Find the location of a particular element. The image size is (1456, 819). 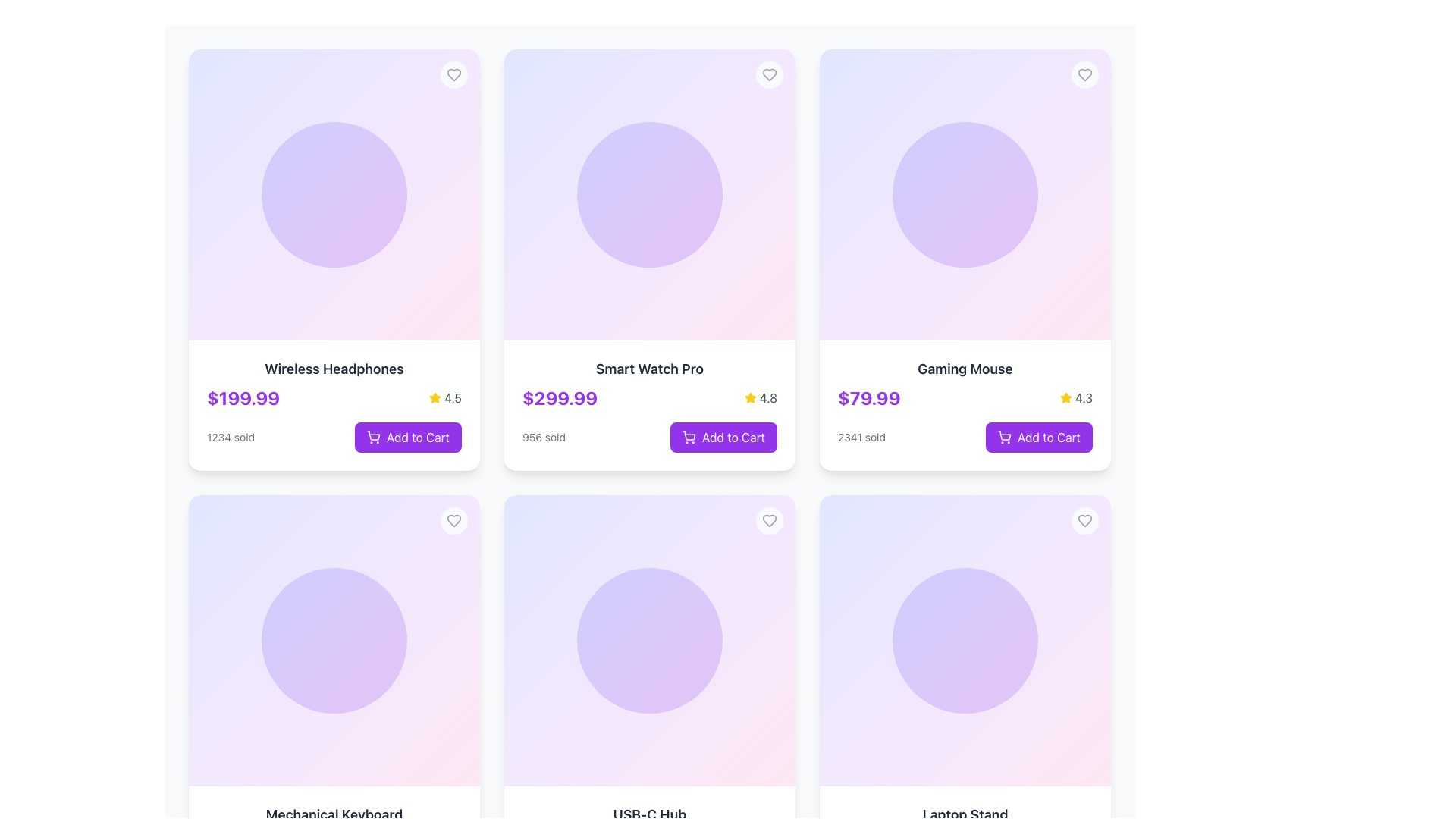

the heart icon in the top-right corner of the card displaying details of the 'Gaming Mouse' to favorite or like the item is located at coordinates (1084, 75).